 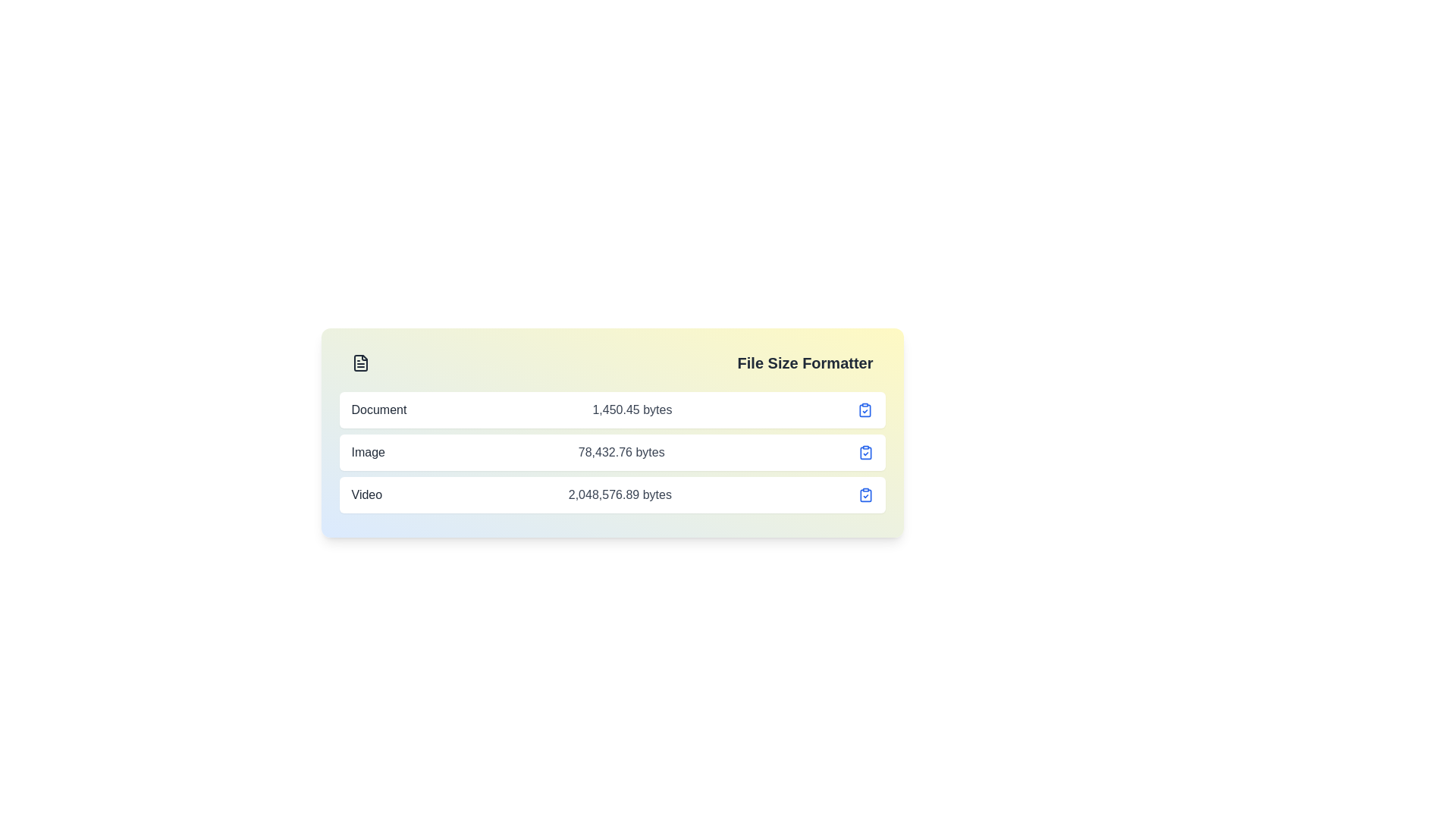 What do you see at coordinates (865, 452) in the screenshot?
I see `clipboard icon located in the top-left corner of the interface, which is the middle component of a group of three sub-elements` at bounding box center [865, 452].